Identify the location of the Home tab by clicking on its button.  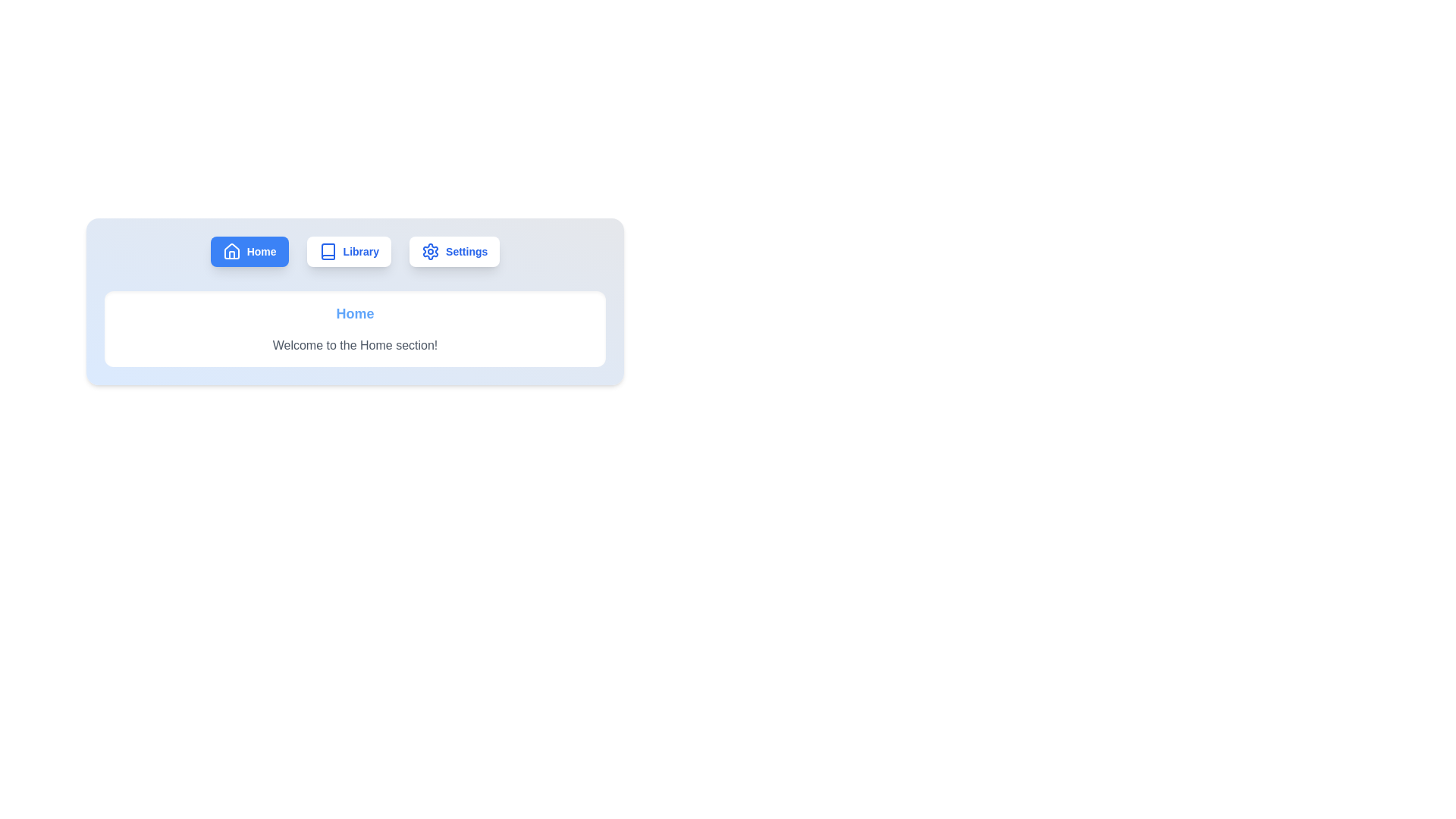
(249, 250).